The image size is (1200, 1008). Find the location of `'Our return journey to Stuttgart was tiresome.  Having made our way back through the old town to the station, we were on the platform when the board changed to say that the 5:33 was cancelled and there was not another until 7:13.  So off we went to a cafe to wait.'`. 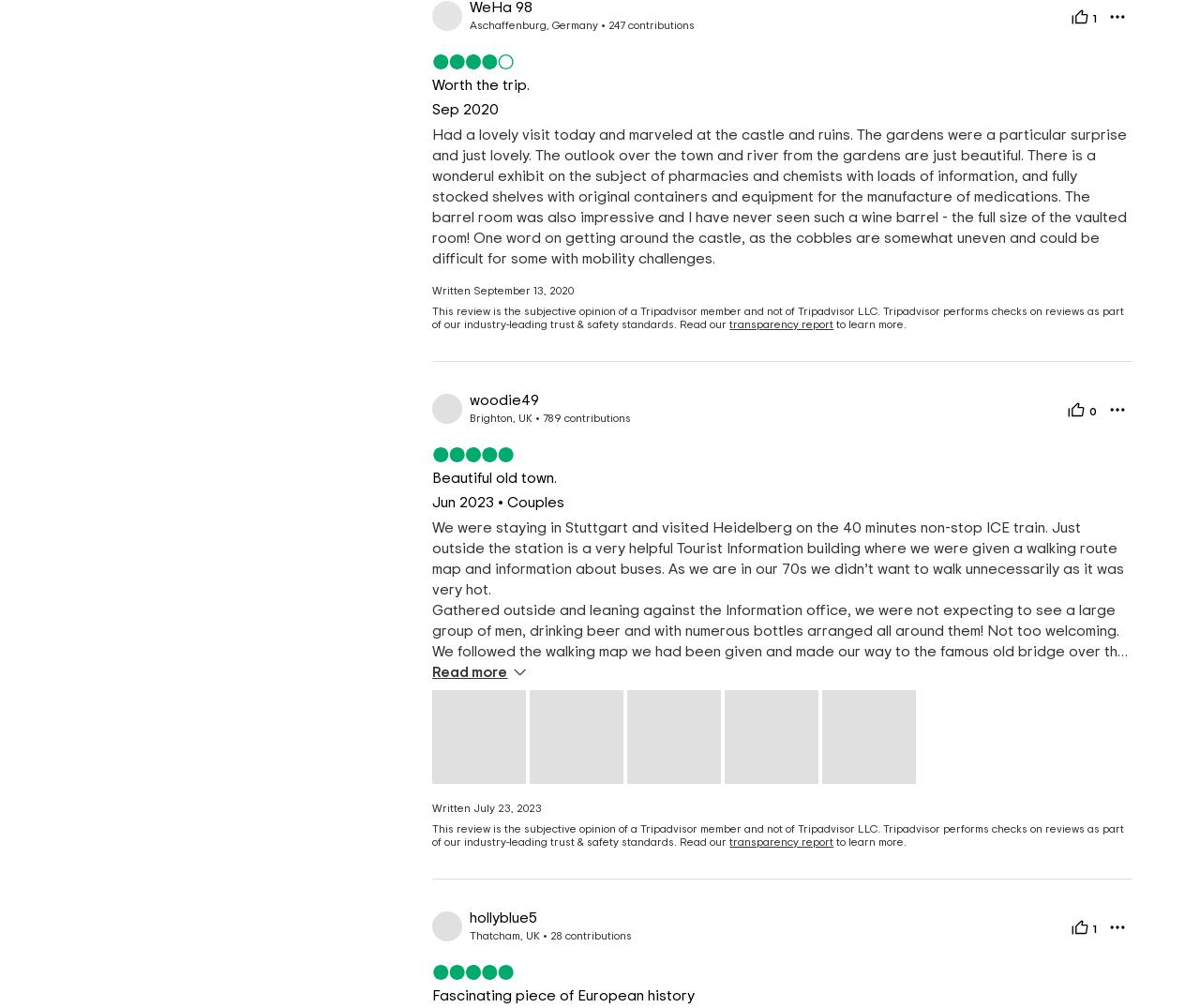

'Our return journey to Stuttgart was tiresome.  Having made our way back through the old town to the station, we were on the platform when the board changed to say that the 5:33 was cancelled and there was not another until 7:13.  So off we went to a cafe to wait.' is located at coordinates (775, 774).